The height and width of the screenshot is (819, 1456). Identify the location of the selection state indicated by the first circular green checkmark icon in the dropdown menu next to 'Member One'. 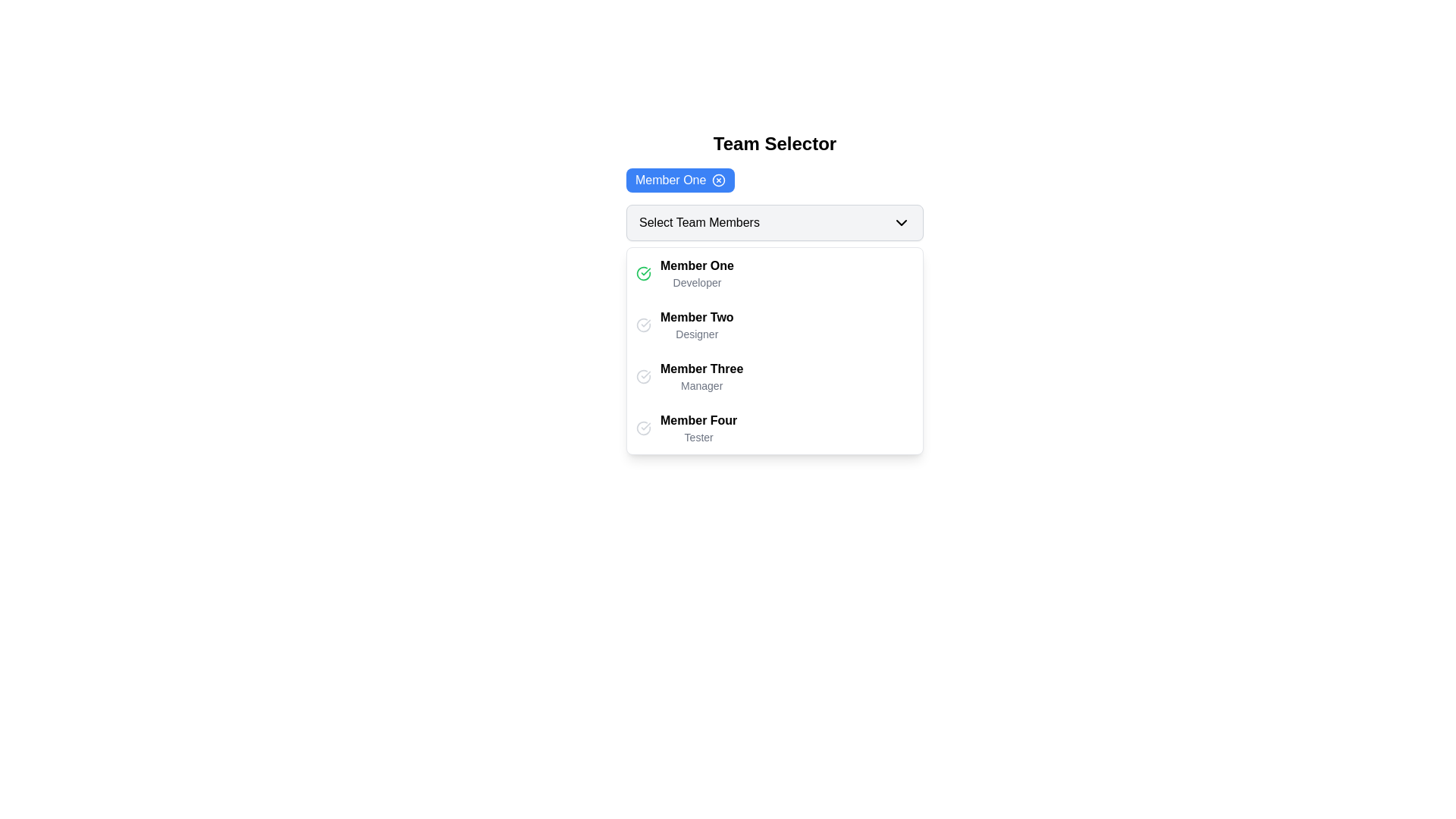
(644, 274).